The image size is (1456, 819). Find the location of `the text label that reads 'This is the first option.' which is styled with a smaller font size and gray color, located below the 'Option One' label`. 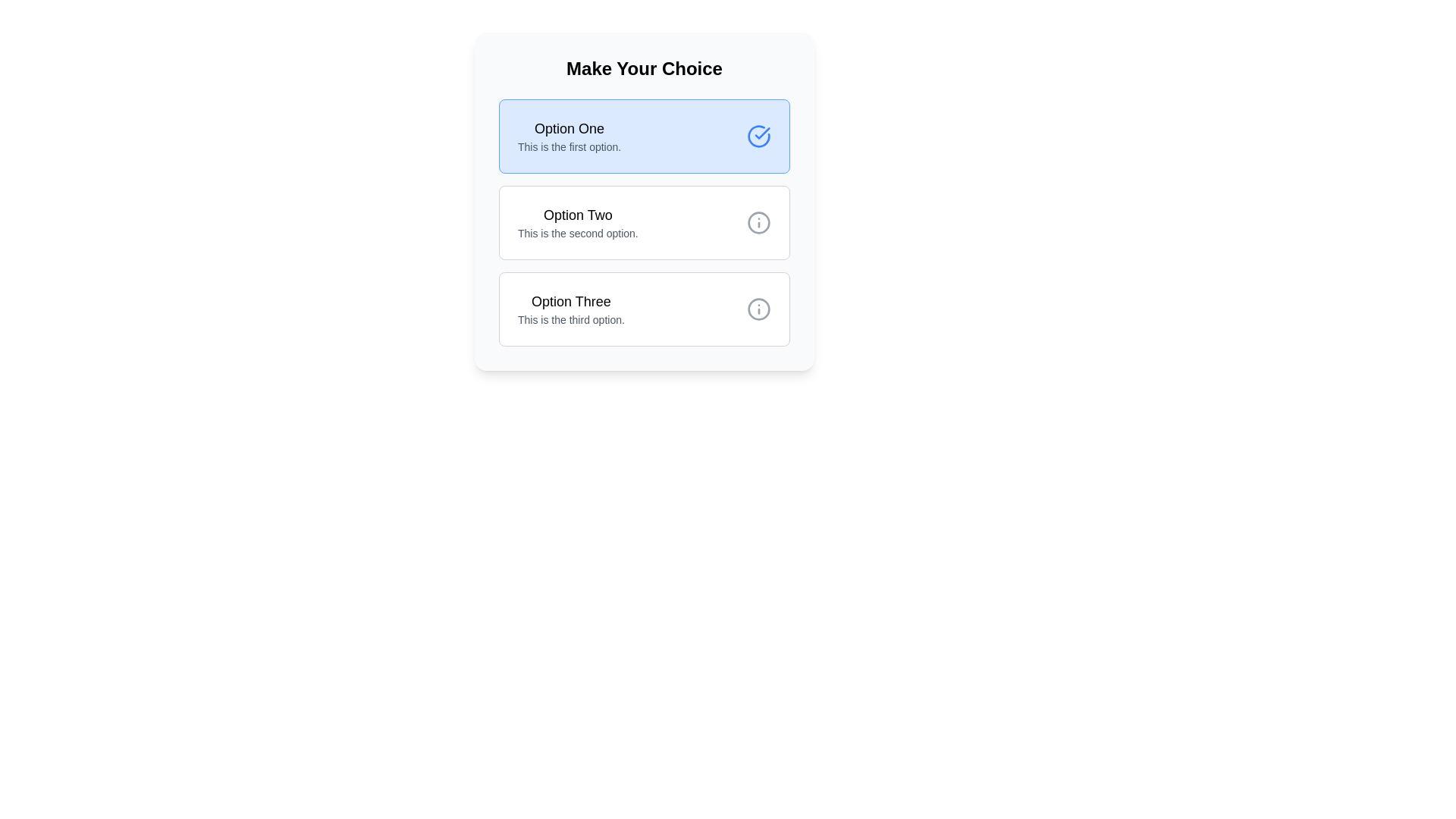

the text label that reads 'This is the first option.' which is styled with a smaller font size and gray color, located below the 'Option One' label is located at coordinates (569, 146).